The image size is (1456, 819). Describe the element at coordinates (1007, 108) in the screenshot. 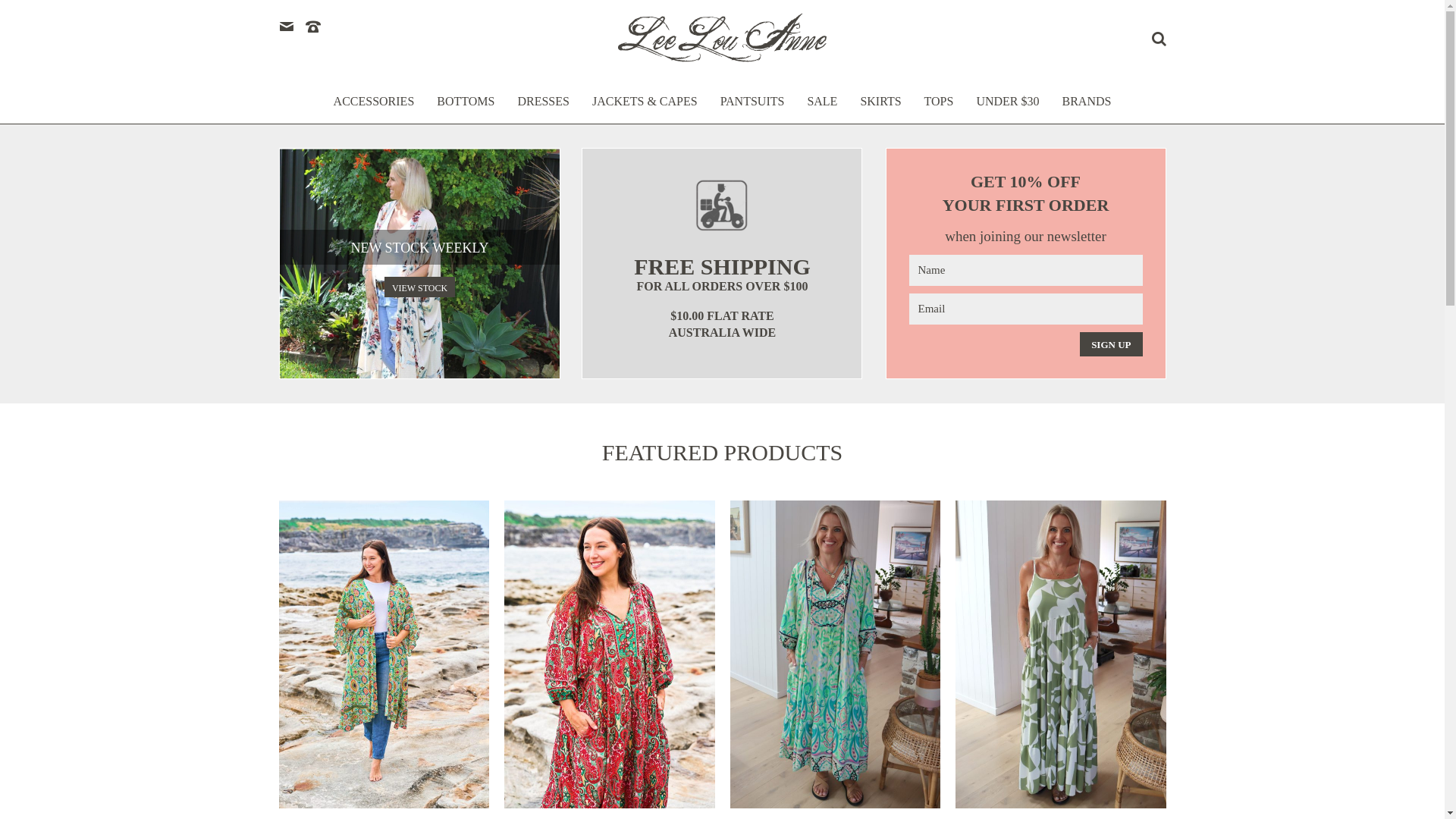

I see `'UNDER $30'` at that location.